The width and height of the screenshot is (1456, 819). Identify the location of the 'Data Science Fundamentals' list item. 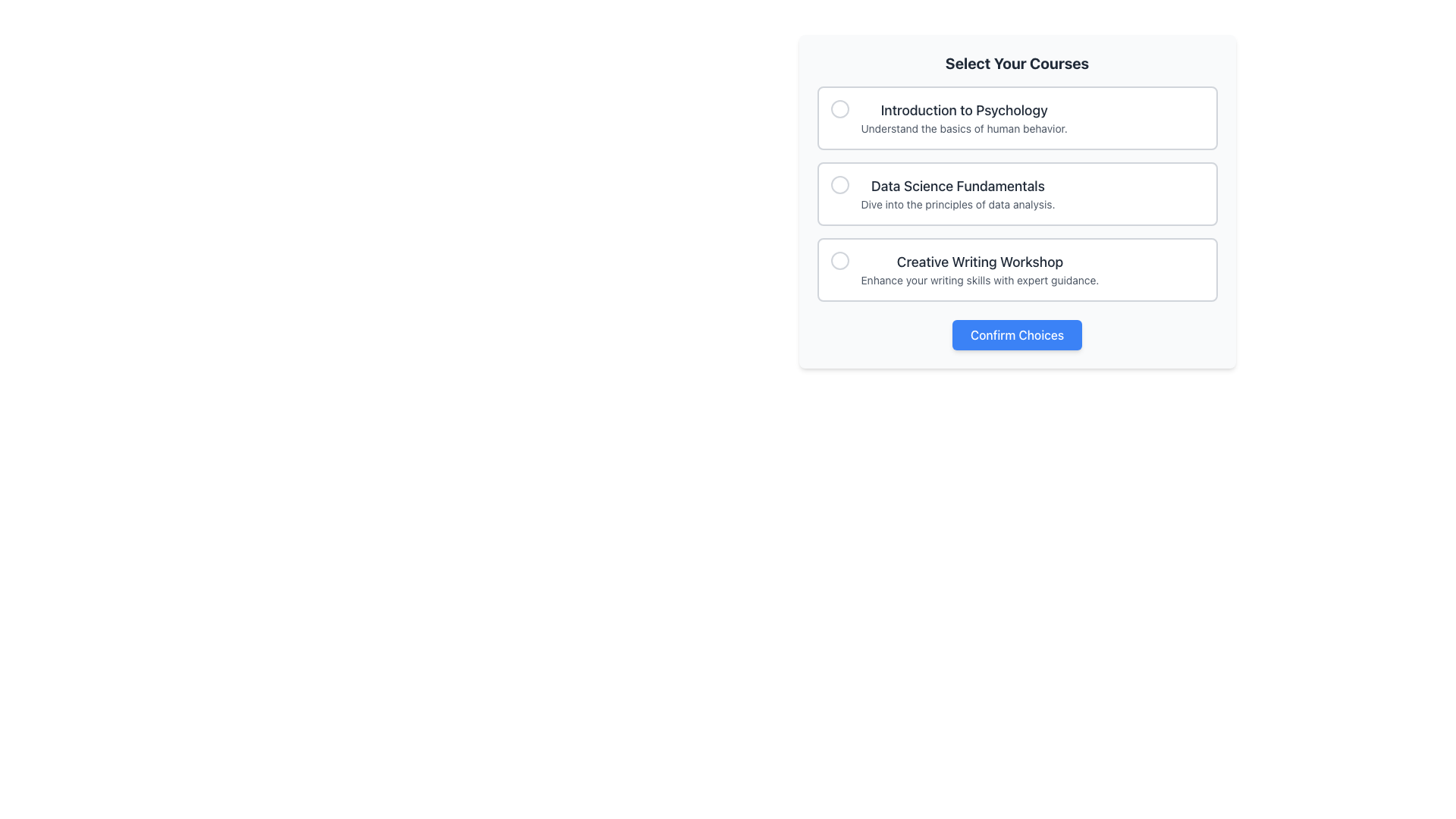
(957, 193).